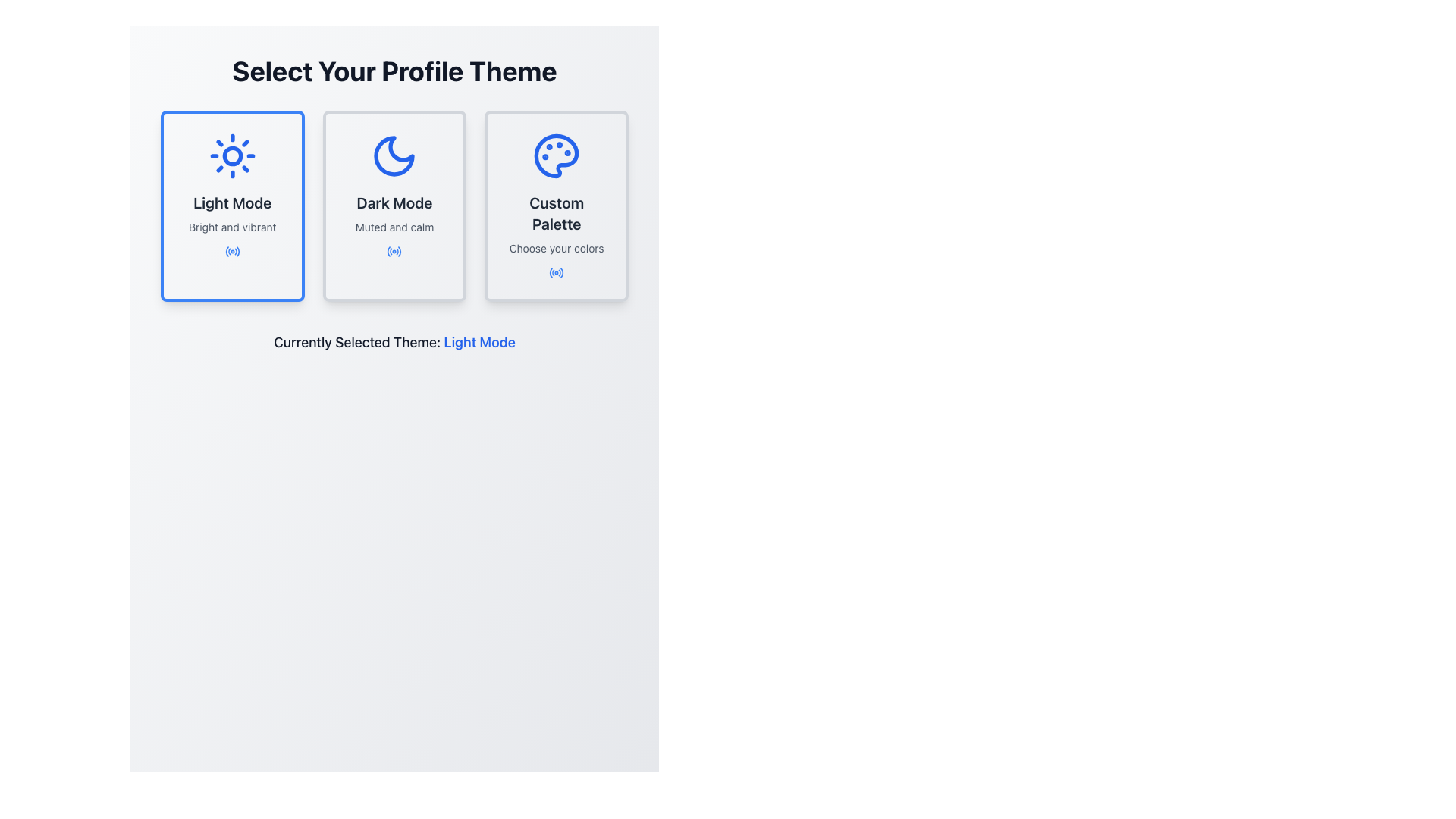 The height and width of the screenshot is (819, 1456). What do you see at coordinates (400, 250) in the screenshot?
I see `outermost circular arc of the SVG graphic representing the 'Dark Mode' toggle option in the second card of the profile themes` at bounding box center [400, 250].